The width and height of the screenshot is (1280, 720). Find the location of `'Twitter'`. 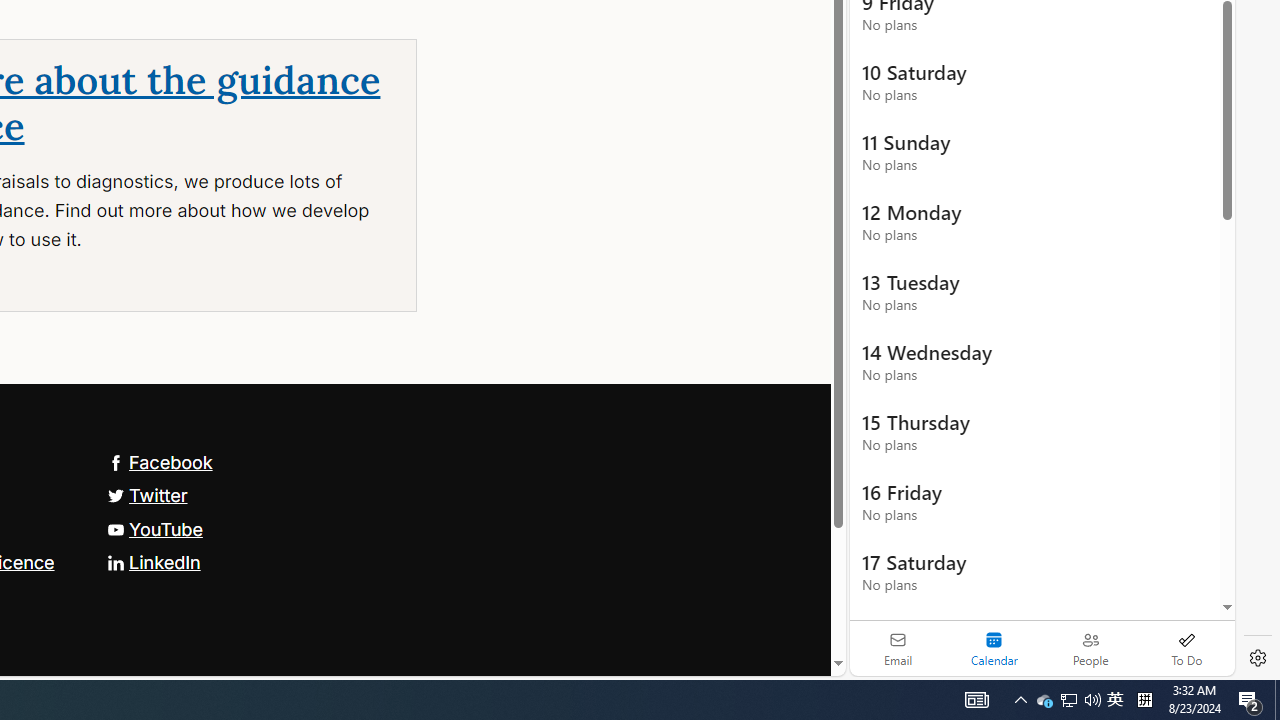

'Twitter' is located at coordinates (146, 495).